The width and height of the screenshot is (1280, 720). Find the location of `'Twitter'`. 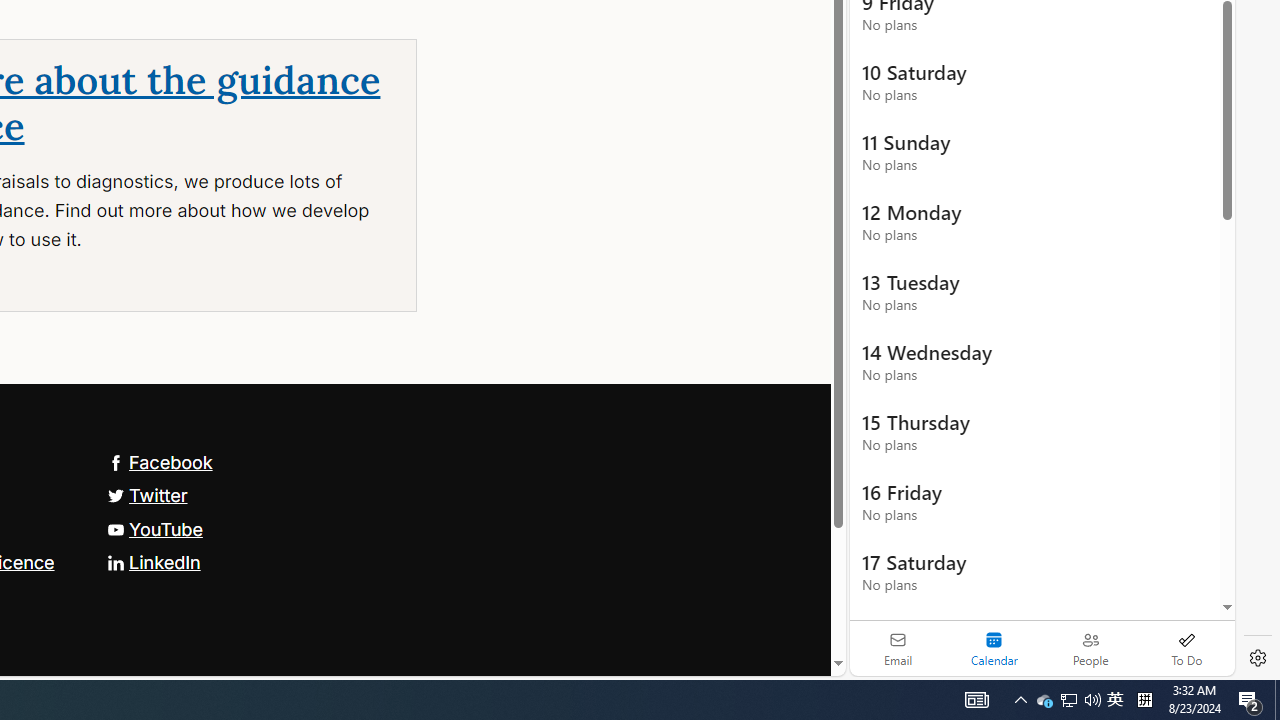

'Twitter' is located at coordinates (146, 495).